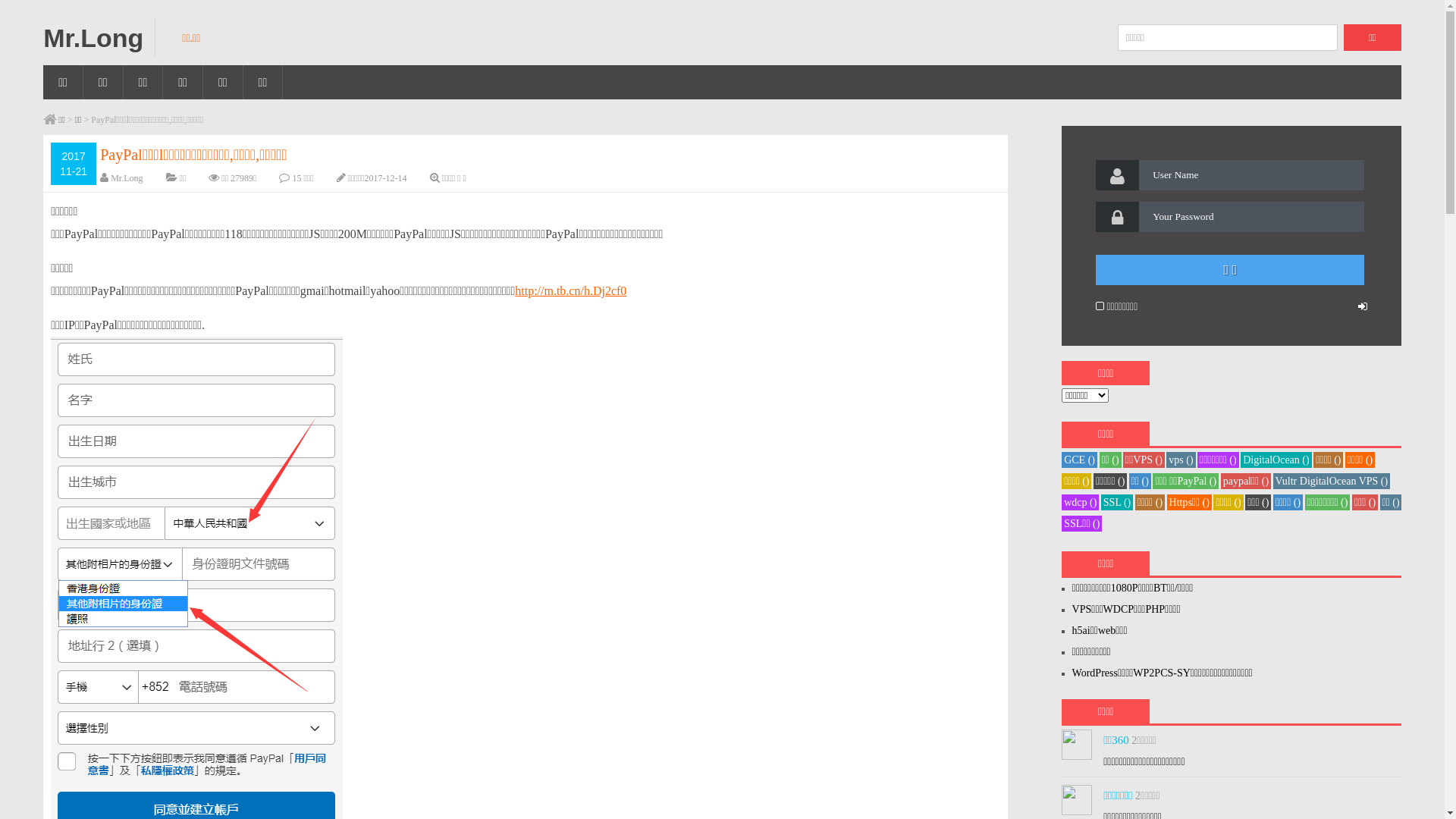  I want to click on 'SSL ()', so click(1117, 502).